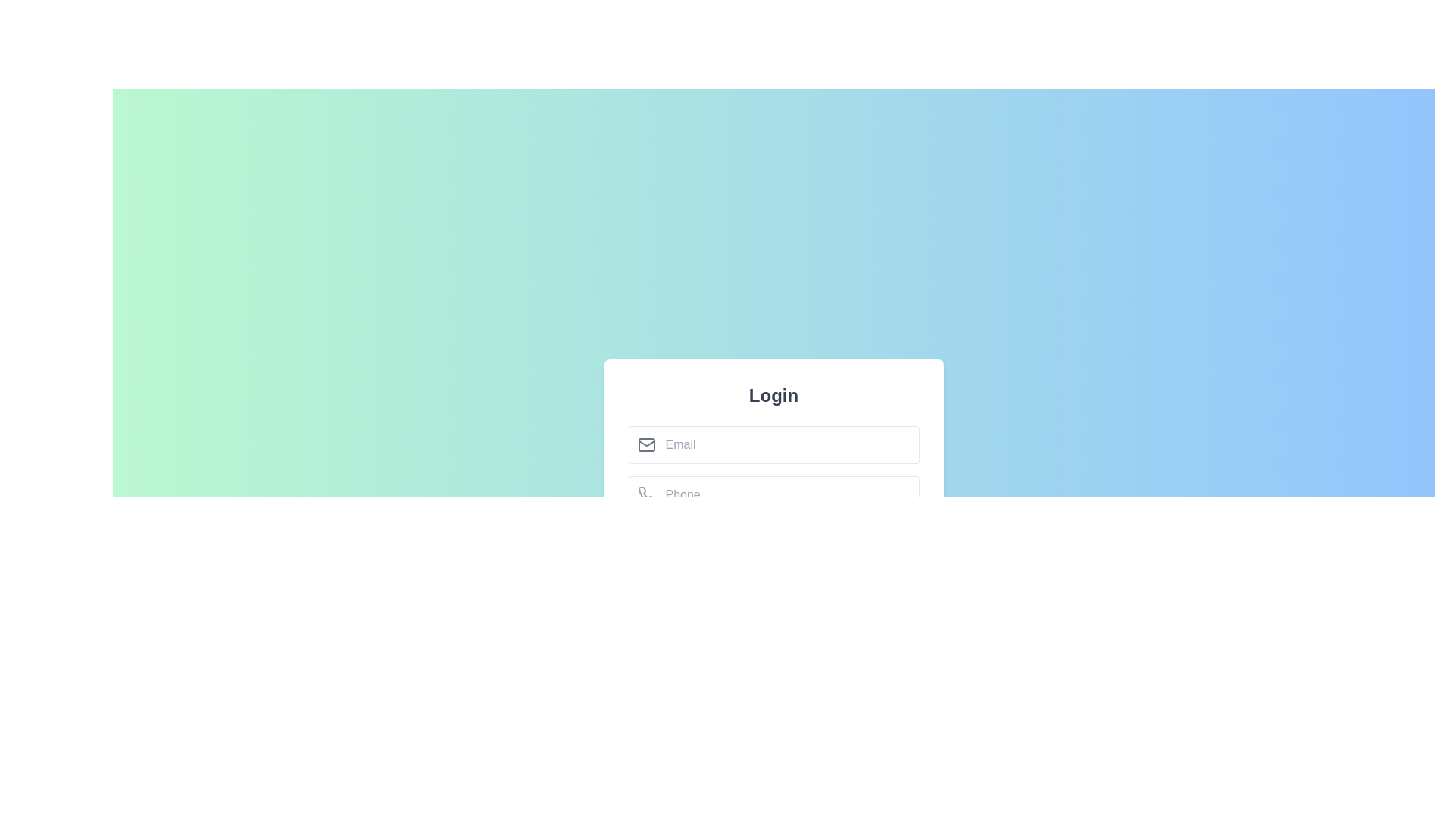  Describe the element at coordinates (646, 444) in the screenshot. I see `the email icon located on the left side of the email input field, which visually indicates that the associated input field is for entering an email address` at that location.